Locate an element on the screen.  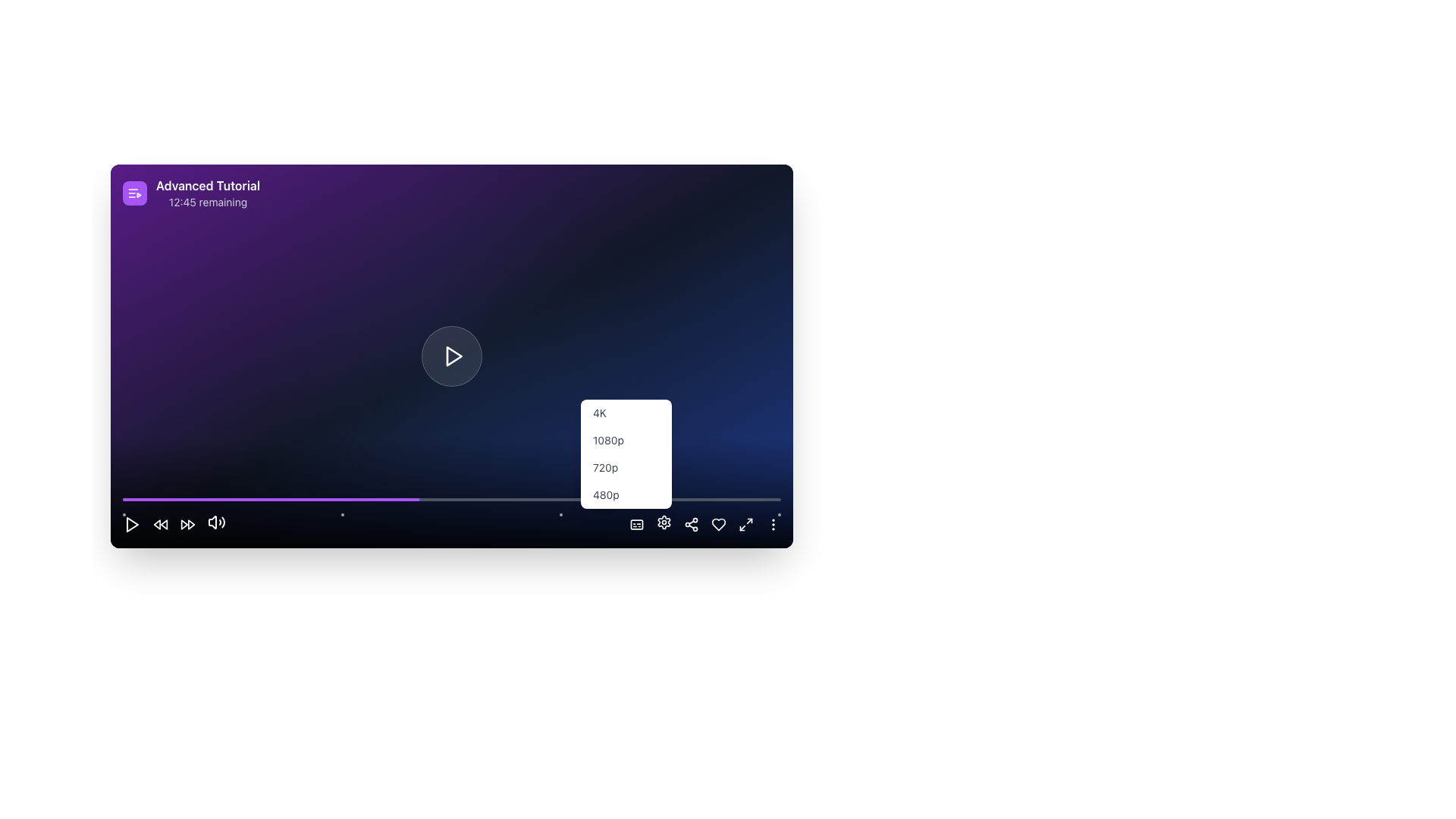
the progress bar at 45% is located at coordinates (419, 483).